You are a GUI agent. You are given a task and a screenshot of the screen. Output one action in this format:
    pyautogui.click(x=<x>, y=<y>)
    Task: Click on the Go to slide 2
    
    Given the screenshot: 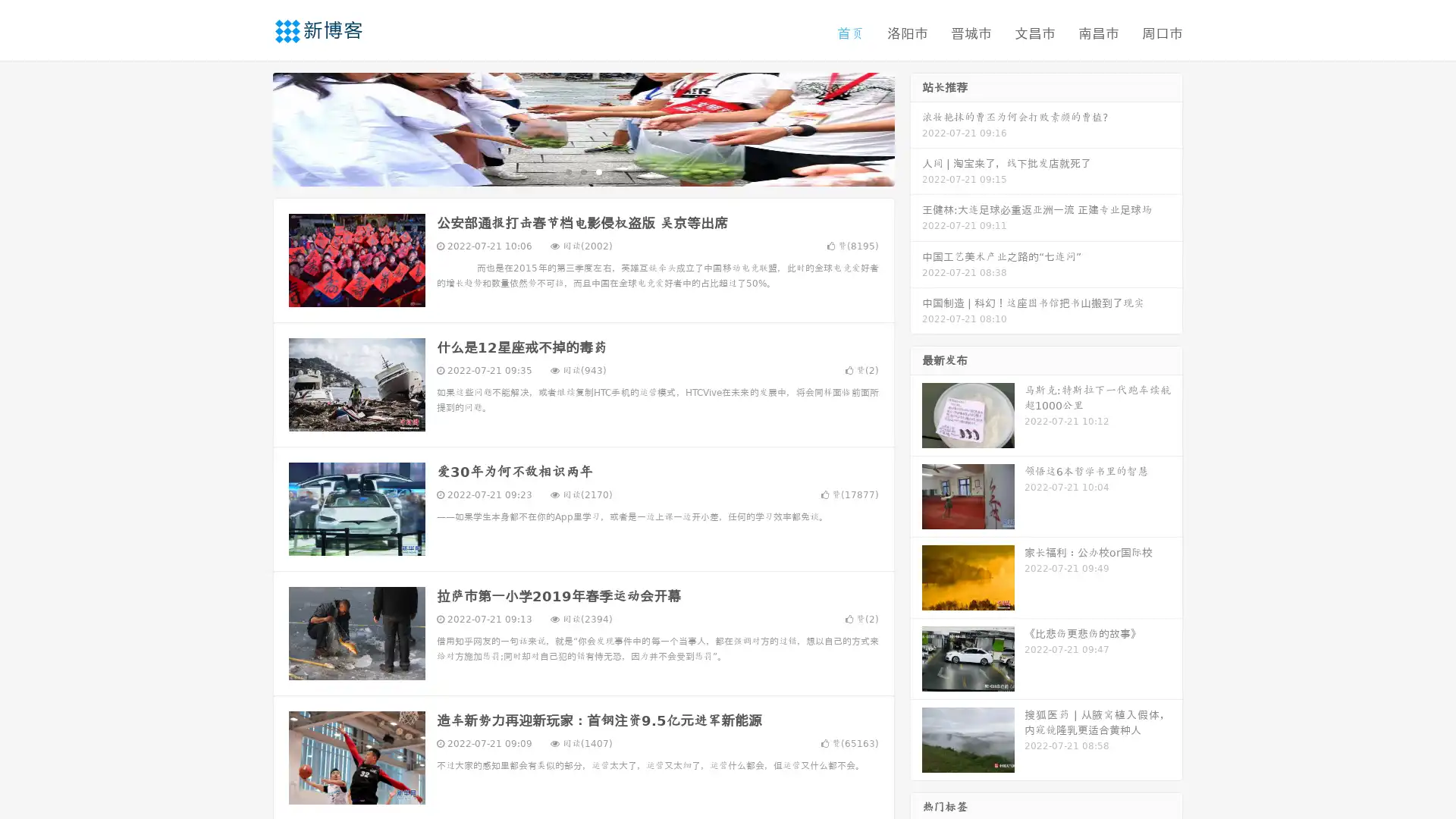 What is the action you would take?
    pyautogui.click(x=582, y=171)
    